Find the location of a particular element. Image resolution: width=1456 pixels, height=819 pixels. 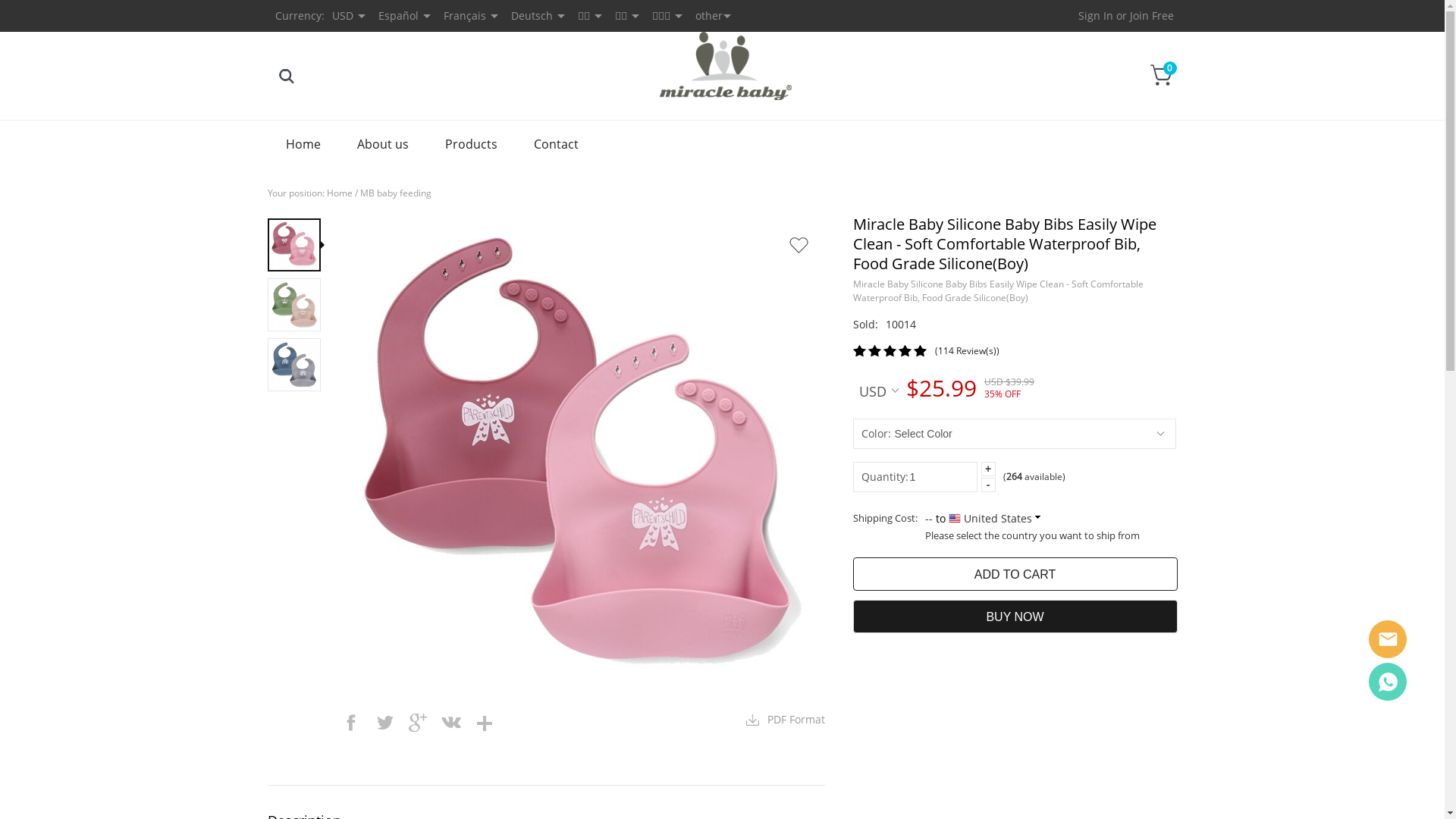

'twitter' is located at coordinates (383, 721).